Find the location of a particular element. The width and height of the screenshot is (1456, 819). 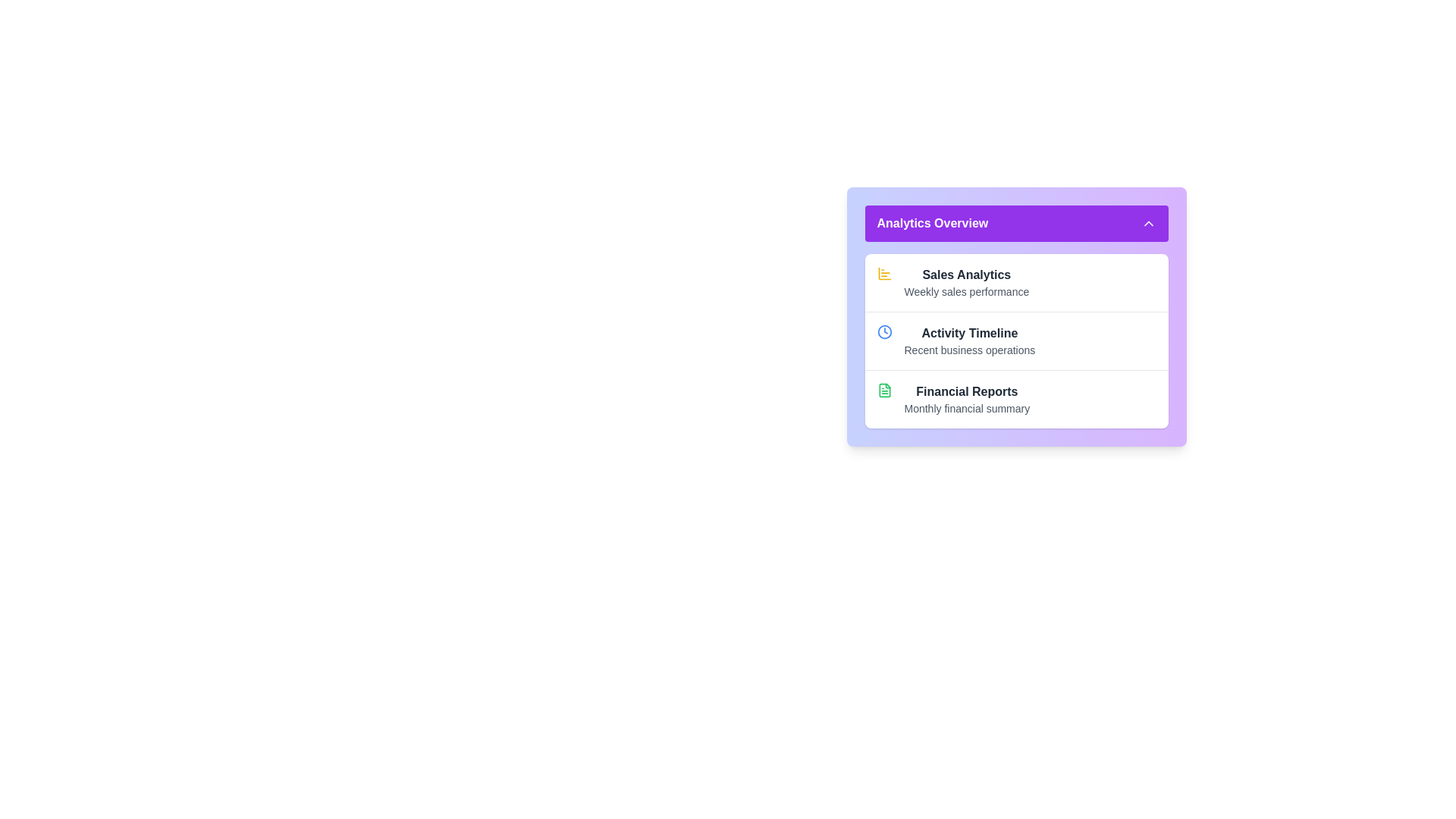

the time-related activities icon located in the 'Activity Timeline' section of the 'Analytics Overview' card is located at coordinates (884, 341).